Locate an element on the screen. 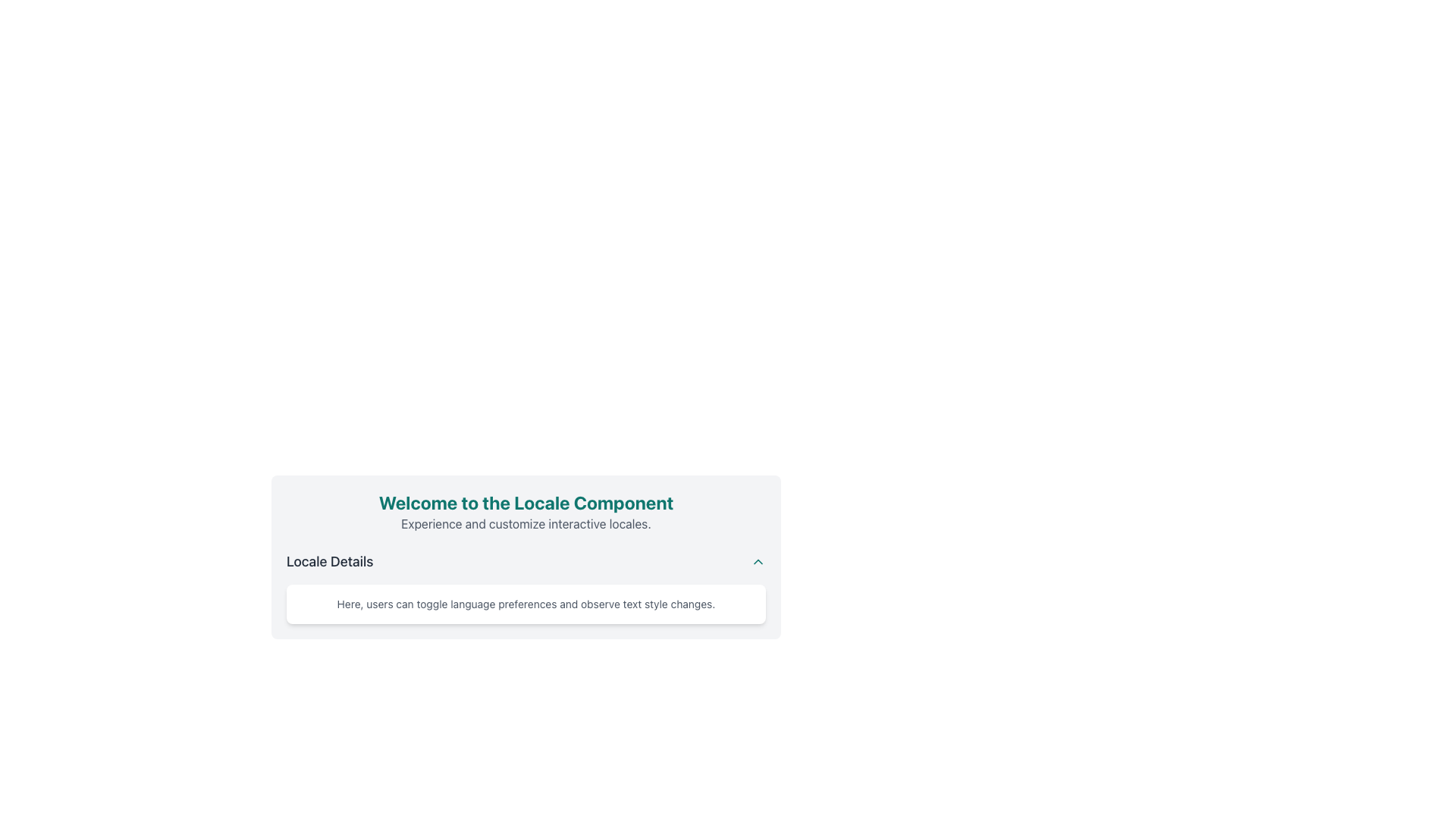 Image resolution: width=1456 pixels, height=819 pixels. the Static text label that describes the functionality of language toggling and visual changes, located in the 'Locale Details' subsection beneath the 'Welcome to the Locale Component' header is located at coordinates (526, 604).